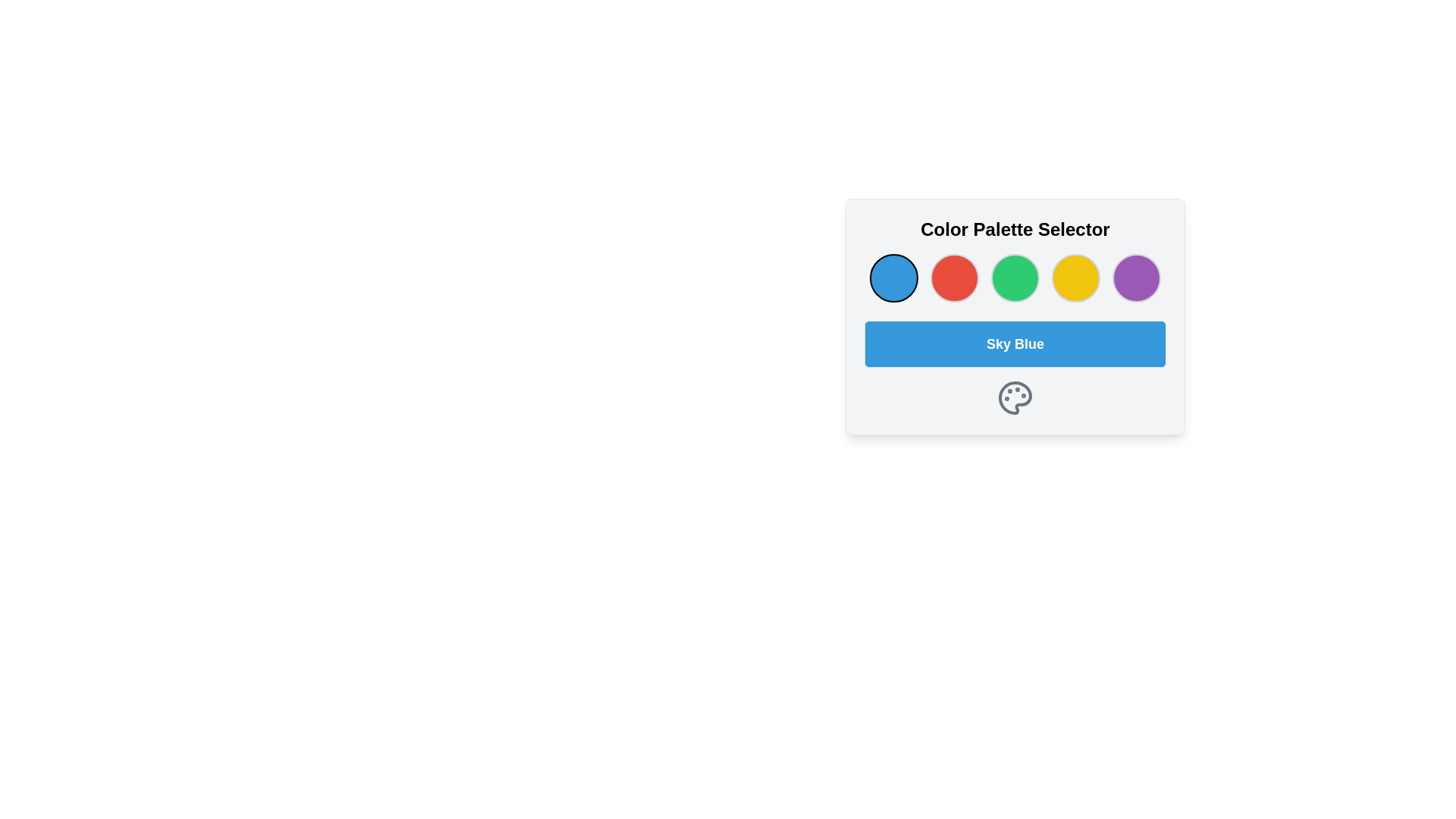  What do you see at coordinates (1015, 344) in the screenshot?
I see `the Text Label displaying 'Sky Blue' in bold white font, which is centrally located on a blue rectangular bar` at bounding box center [1015, 344].